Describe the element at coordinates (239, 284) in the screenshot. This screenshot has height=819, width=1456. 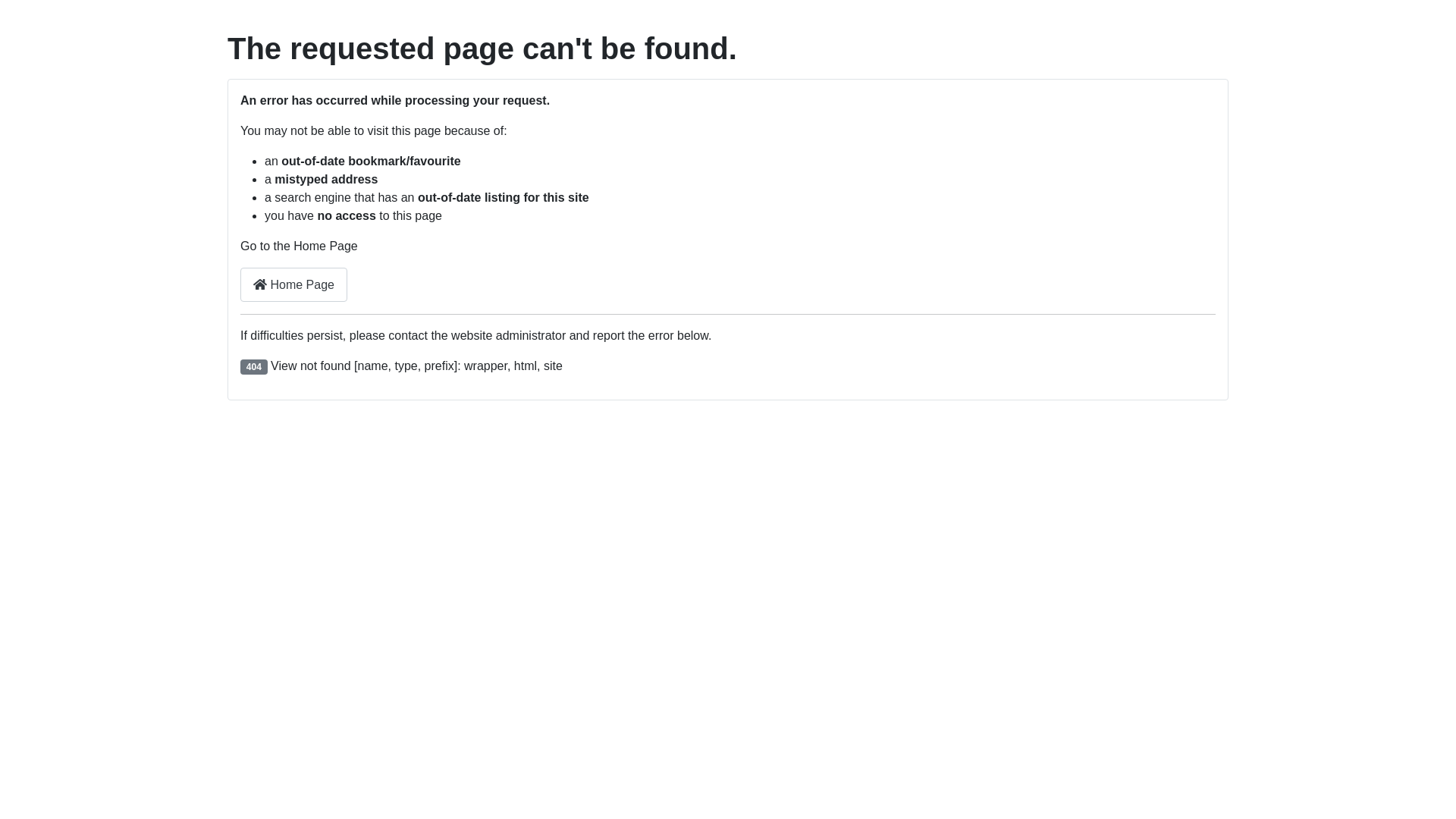
I see `'Home Page'` at that location.